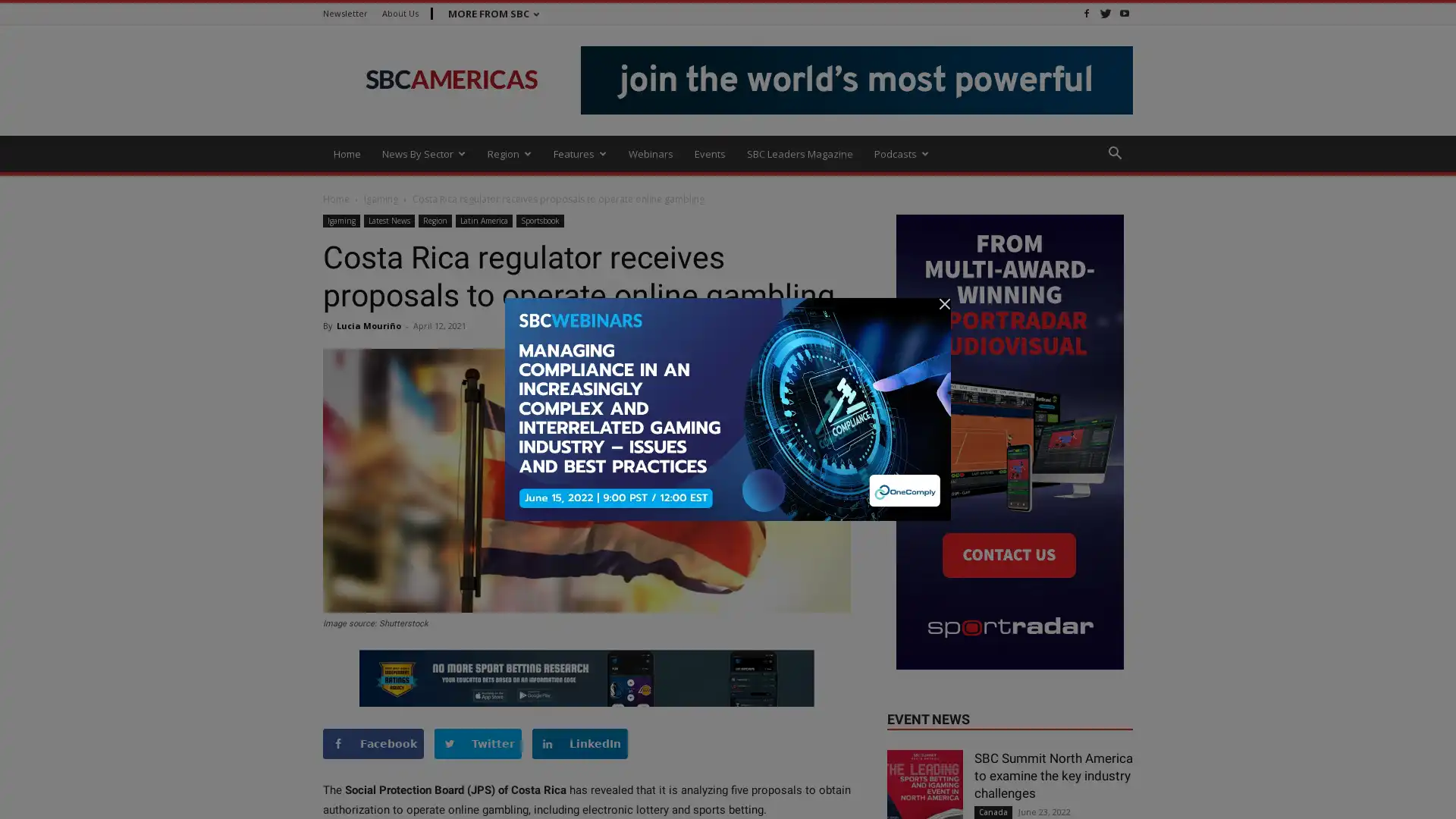 This screenshot has width=1456, height=819. What do you see at coordinates (945, 797) in the screenshot?
I see `GET TICKETS` at bounding box center [945, 797].